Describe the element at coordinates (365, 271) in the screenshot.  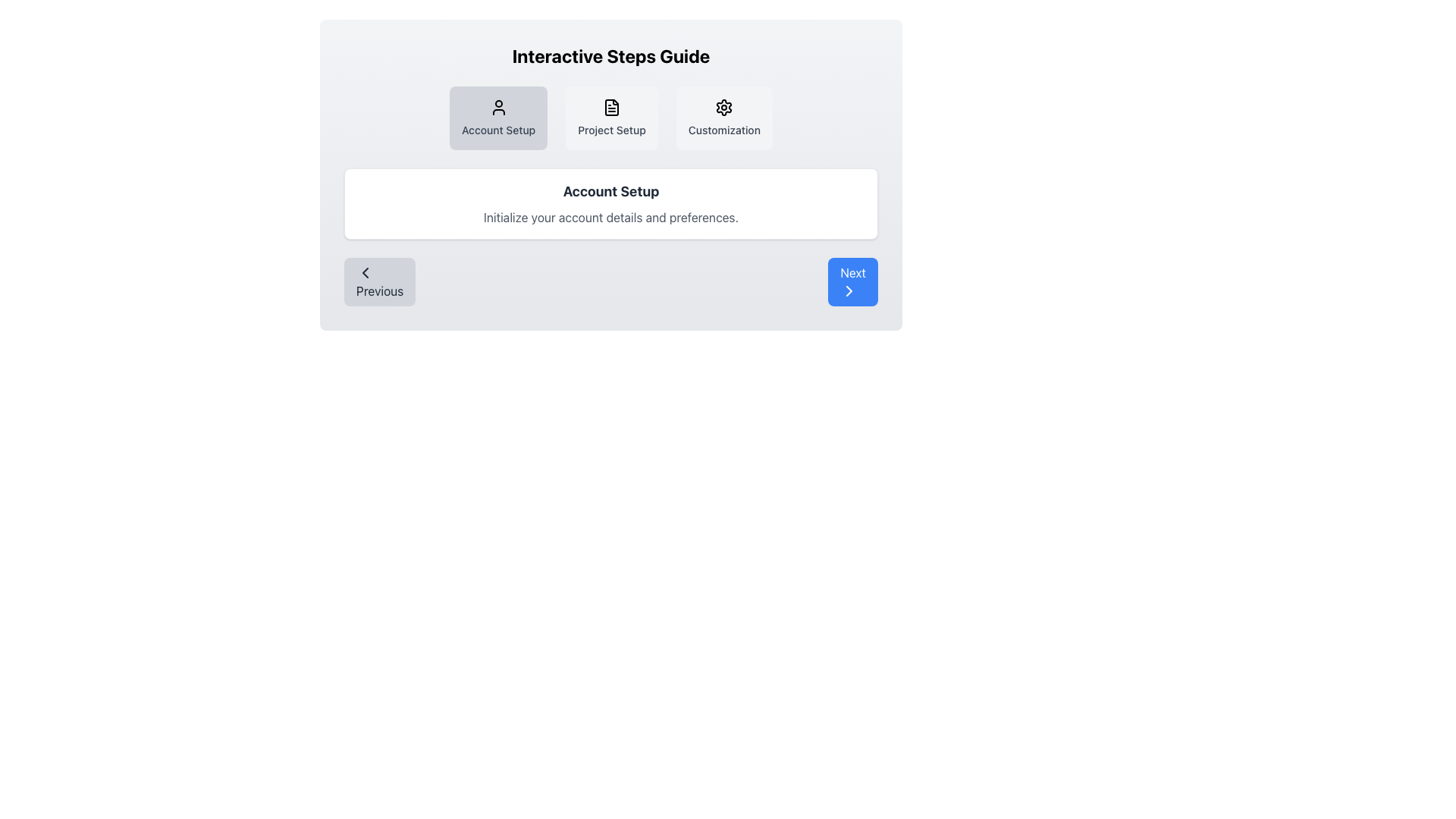
I see `the 'Previous' icon located at the bottom left of the card interface, indicating its role in navigating to the prior step or page` at that location.